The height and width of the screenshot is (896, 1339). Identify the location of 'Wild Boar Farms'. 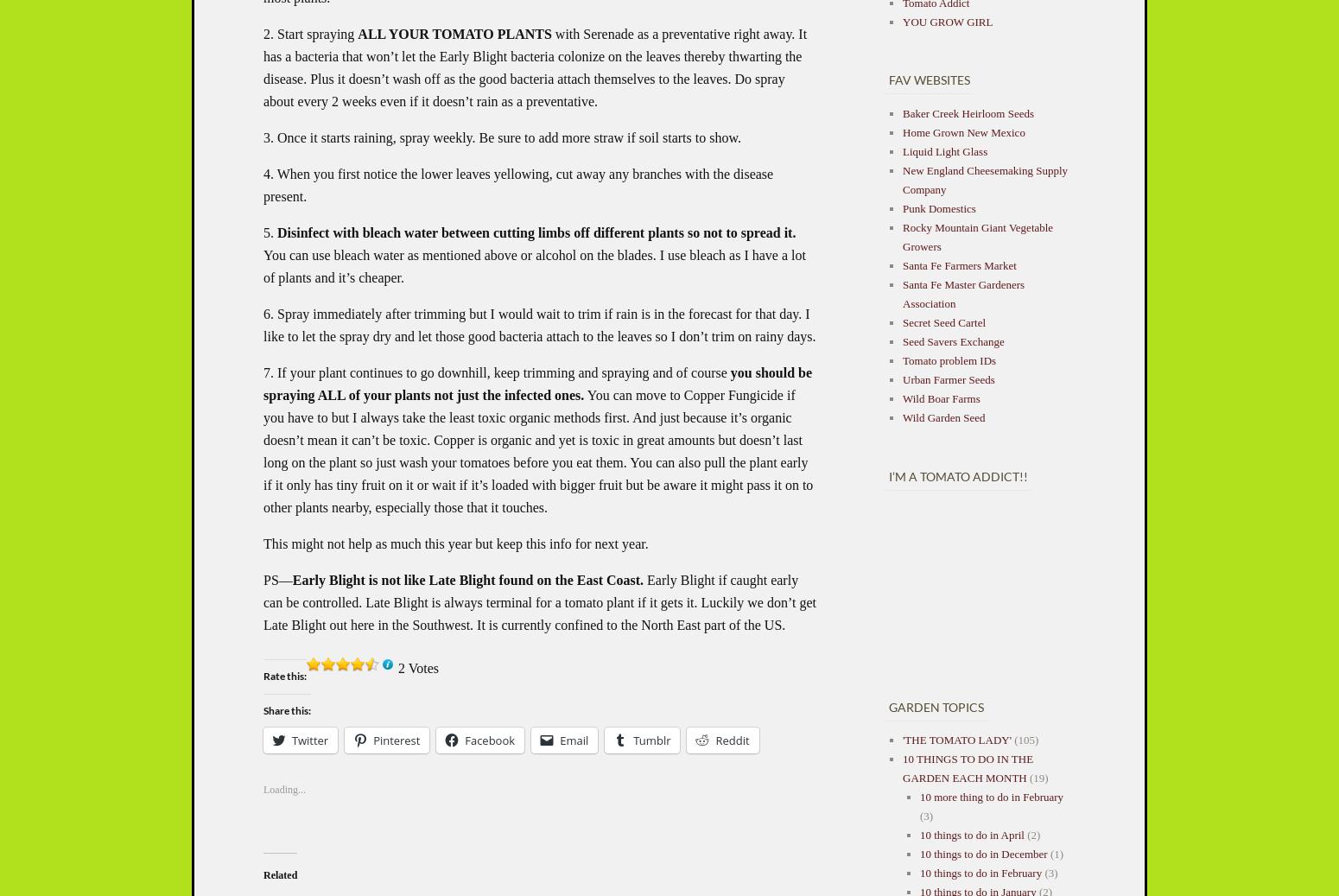
(940, 397).